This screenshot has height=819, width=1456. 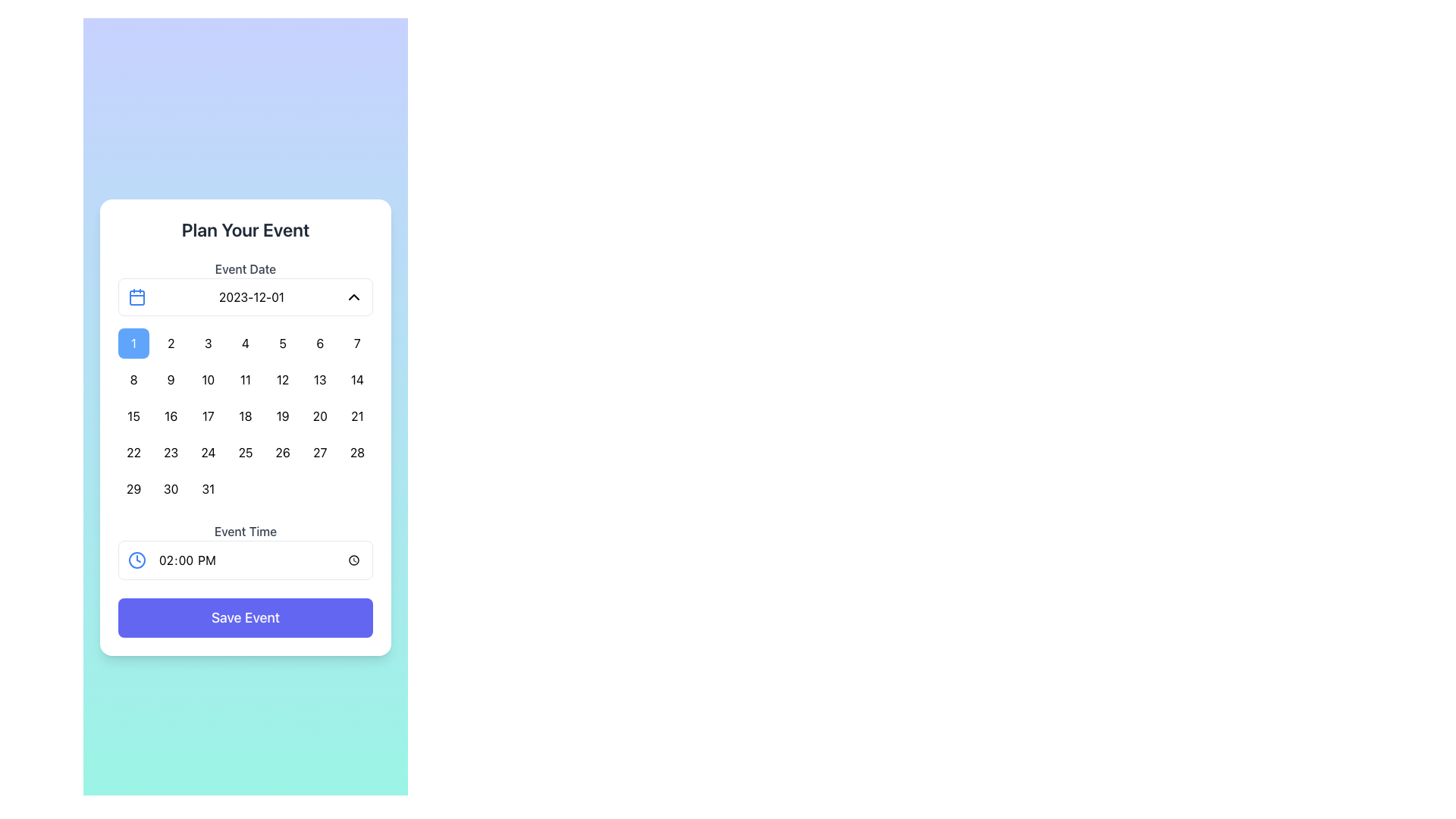 I want to click on the date '27' button in the calendar interface, so click(x=319, y=452).